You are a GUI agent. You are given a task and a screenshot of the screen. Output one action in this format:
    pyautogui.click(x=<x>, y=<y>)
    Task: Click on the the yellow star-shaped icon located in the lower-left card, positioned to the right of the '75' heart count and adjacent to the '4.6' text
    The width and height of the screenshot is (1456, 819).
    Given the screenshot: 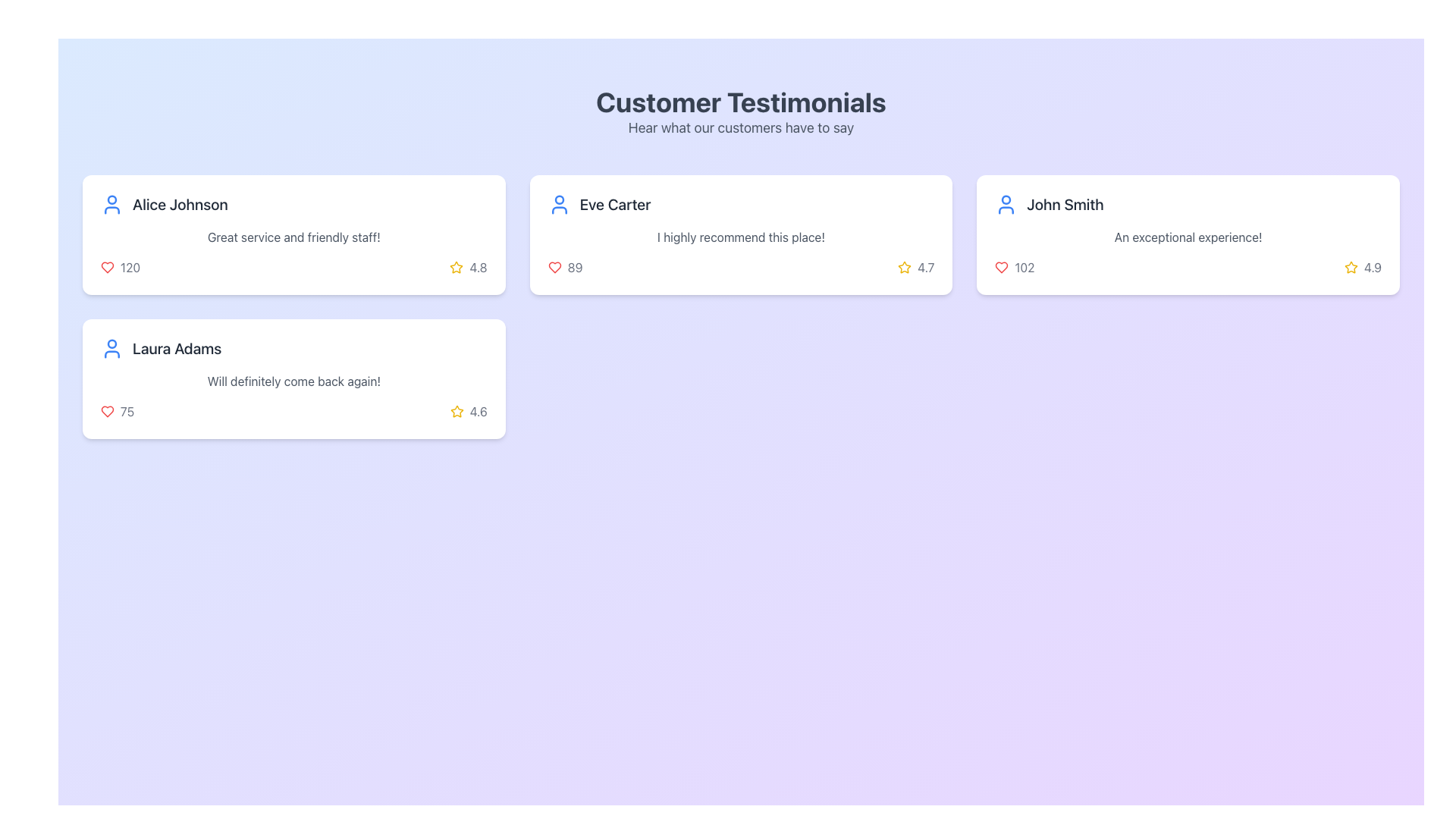 What is the action you would take?
    pyautogui.click(x=456, y=412)
    